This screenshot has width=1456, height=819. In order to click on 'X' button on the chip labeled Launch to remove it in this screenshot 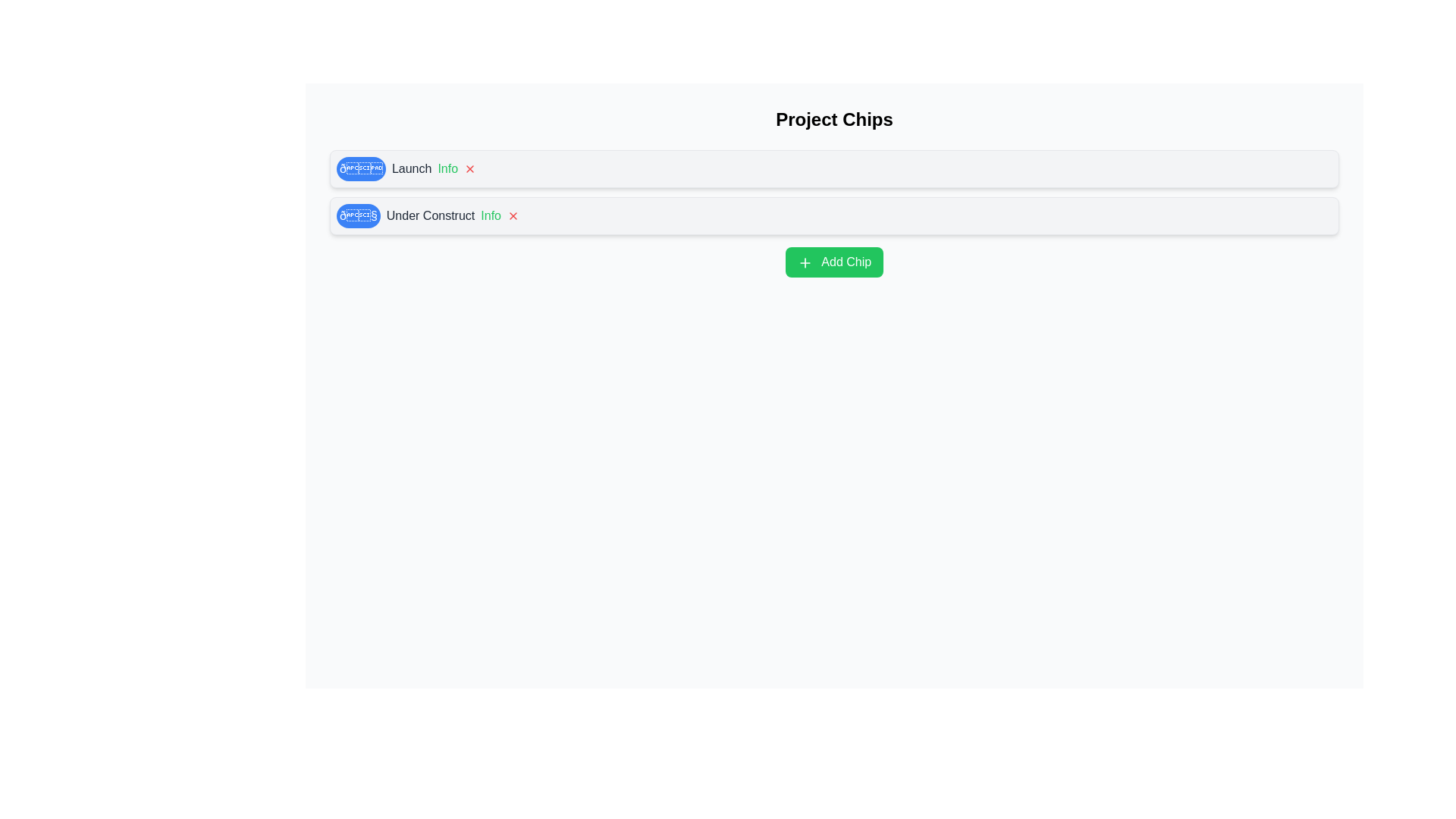, I will do `click(469, 169)`.